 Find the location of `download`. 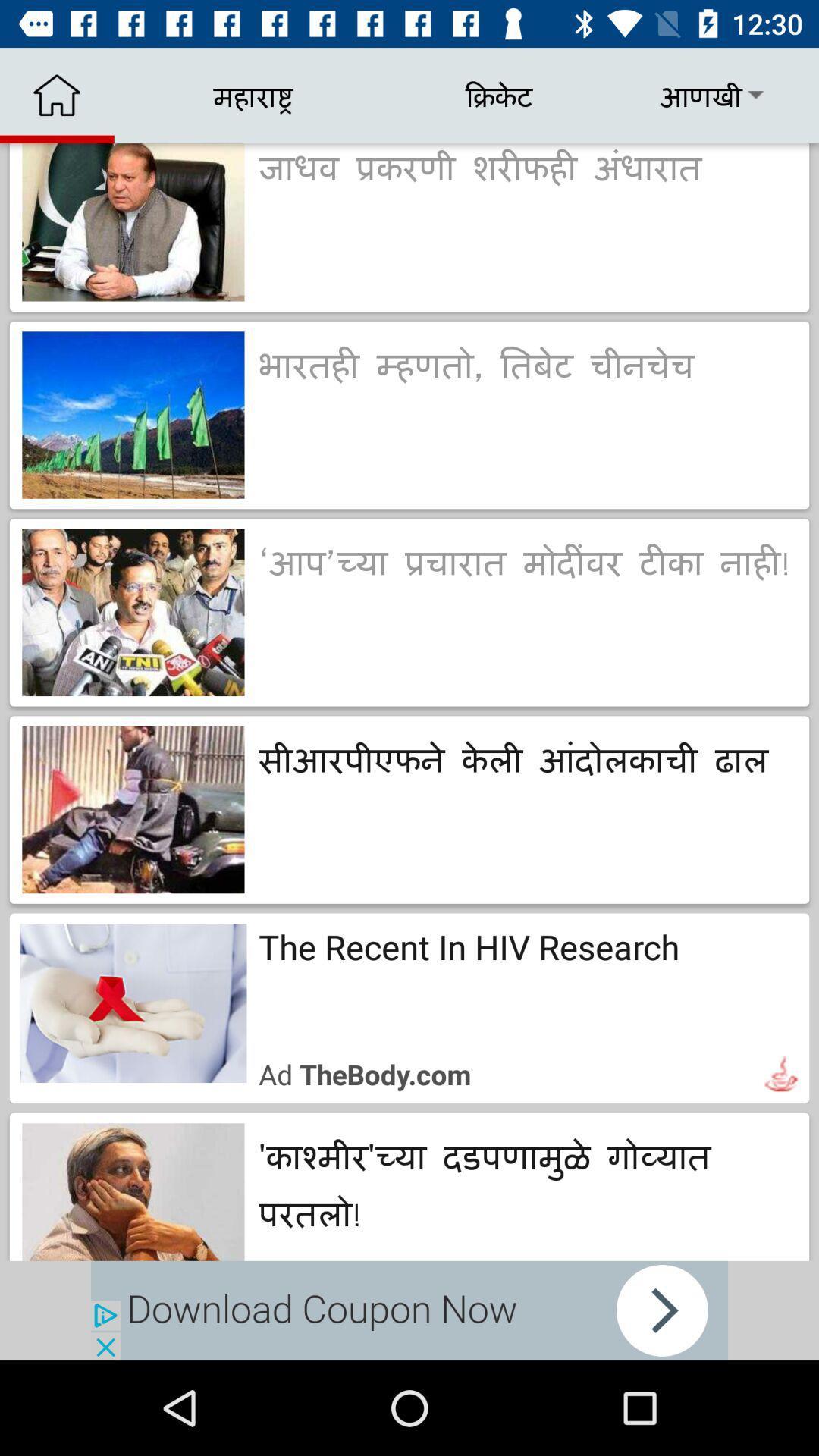

download is located at coordinates (409, 1310).